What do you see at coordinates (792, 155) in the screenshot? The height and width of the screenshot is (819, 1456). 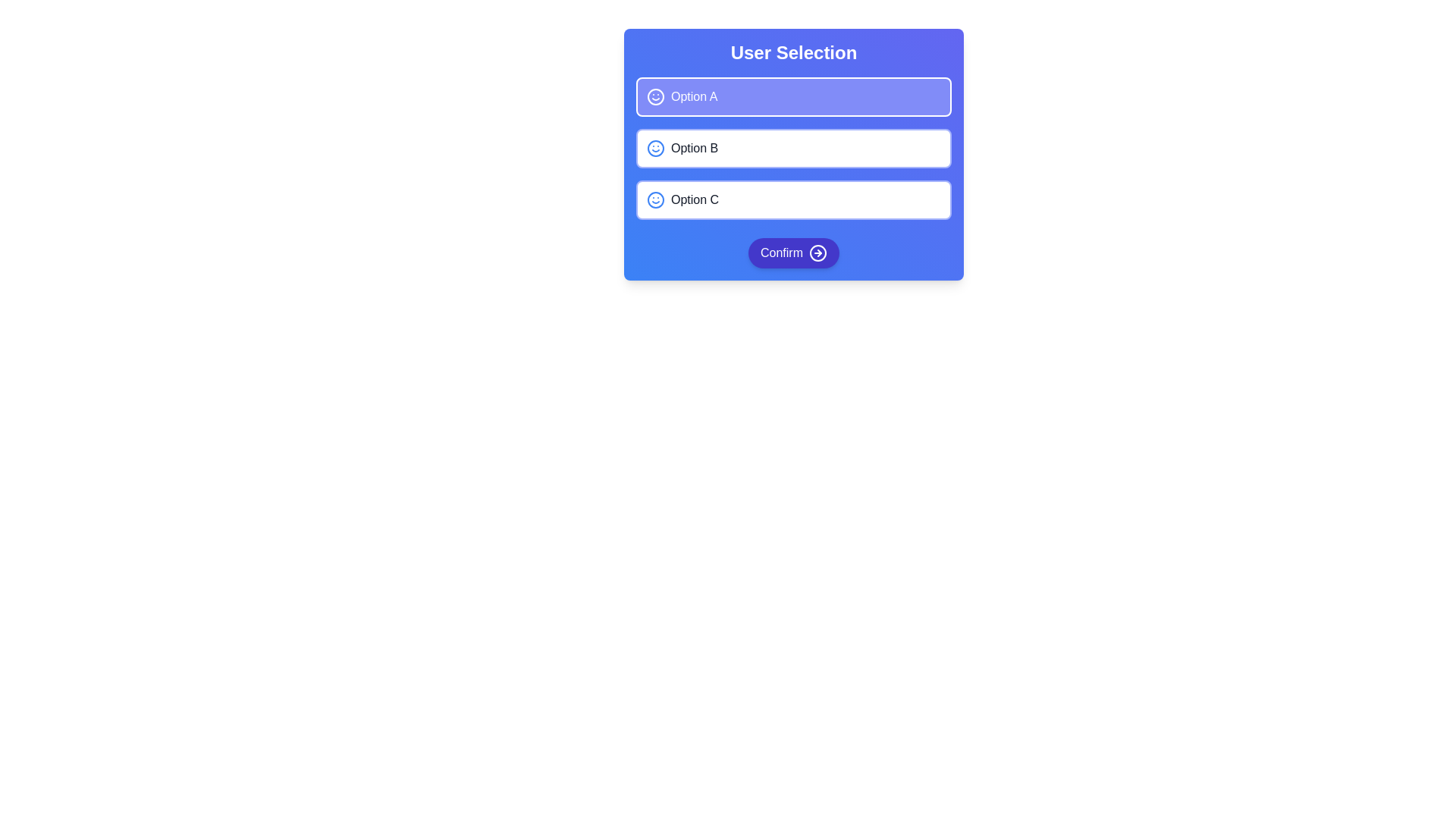 I see `the highlighted 'Option B' button within the Selectable component` at bounding box center [792, 155].